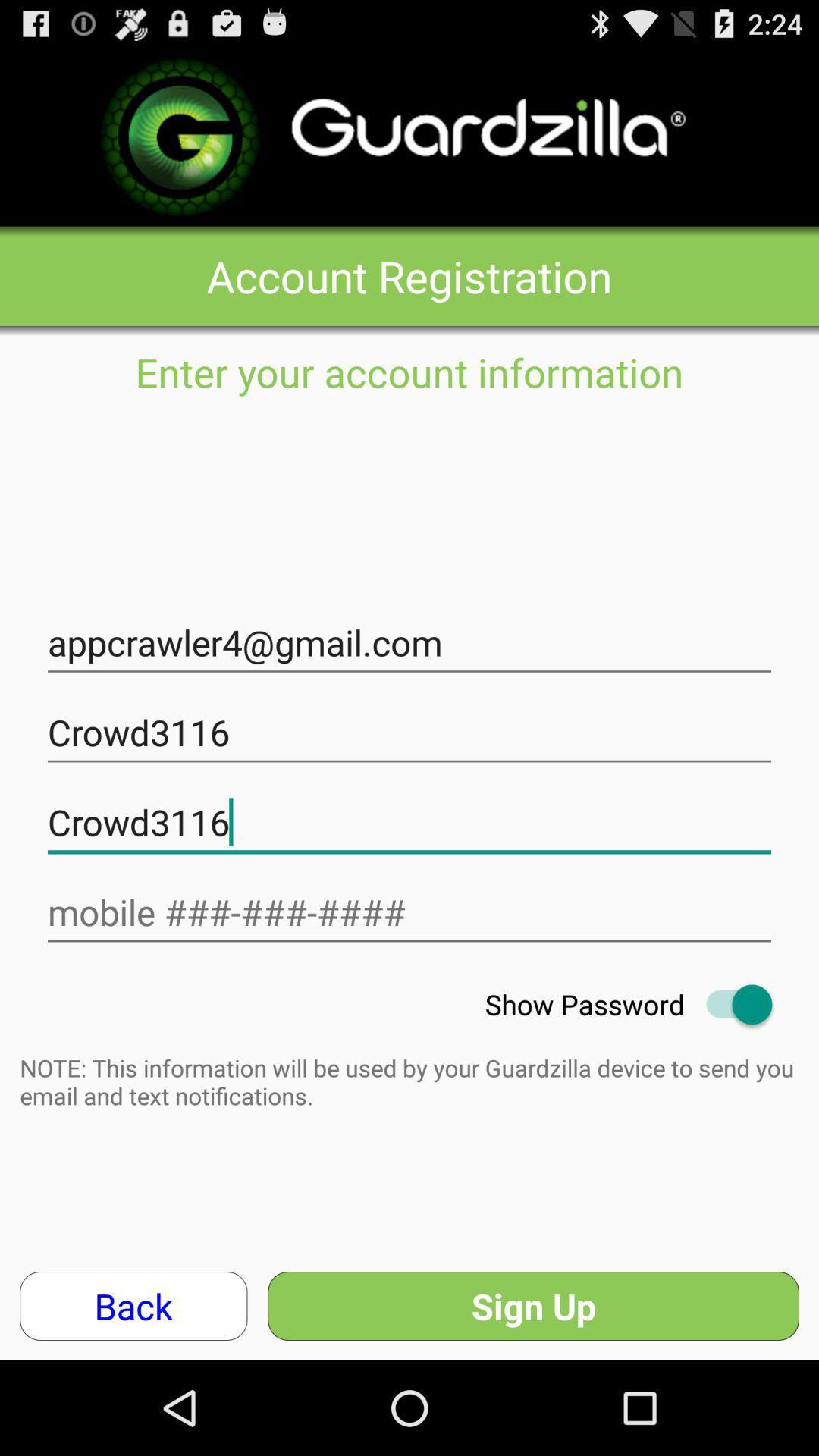 The image size is (819, 1456). Describe the element at coordinates (409, 912) in the screenshot. I see `your mobile number` at that location.